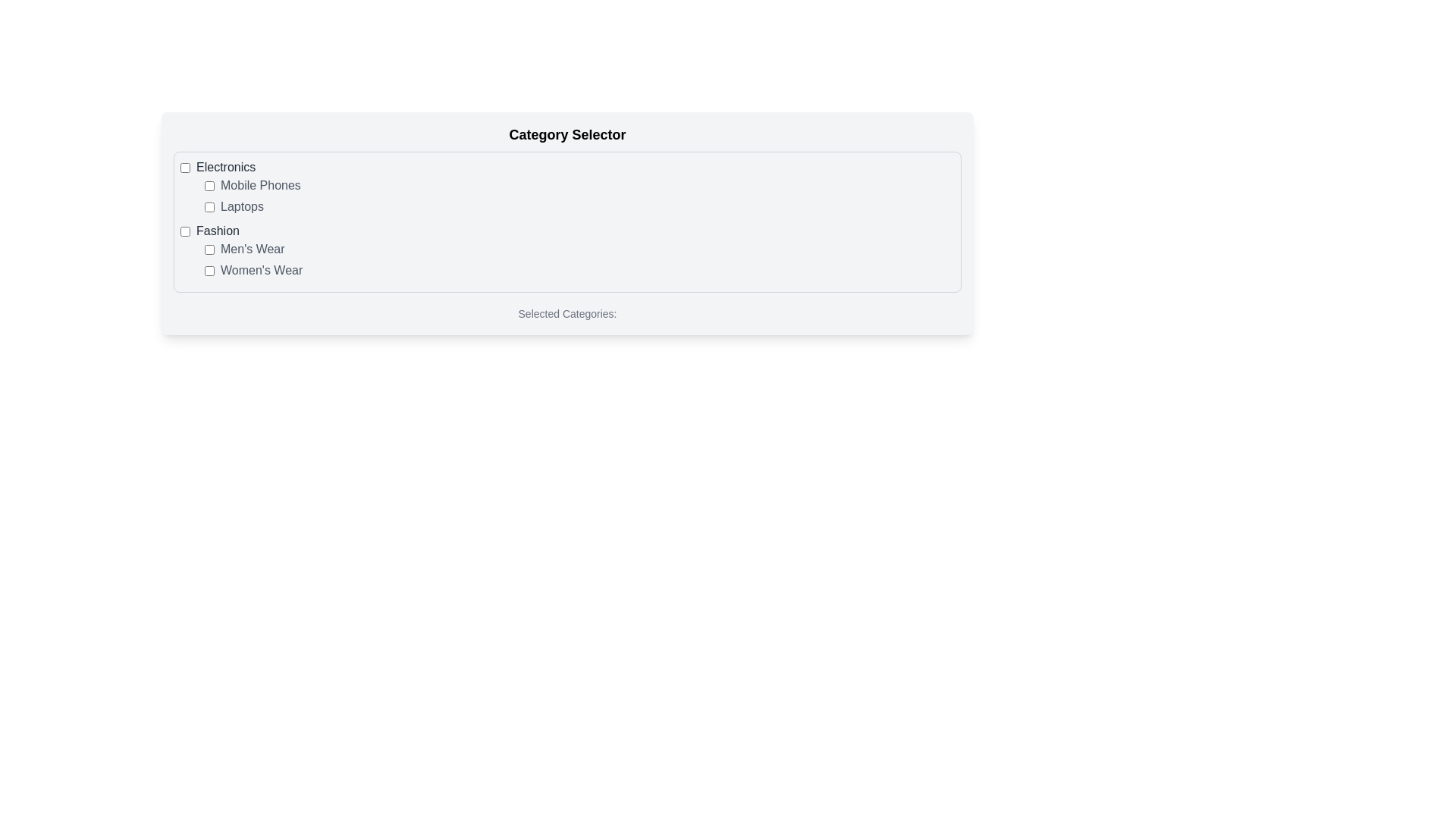  I want to click on text label displaying 'Electronics' which is associated with the first checkbox in the 'Category Selector' form, so click(225, 167).